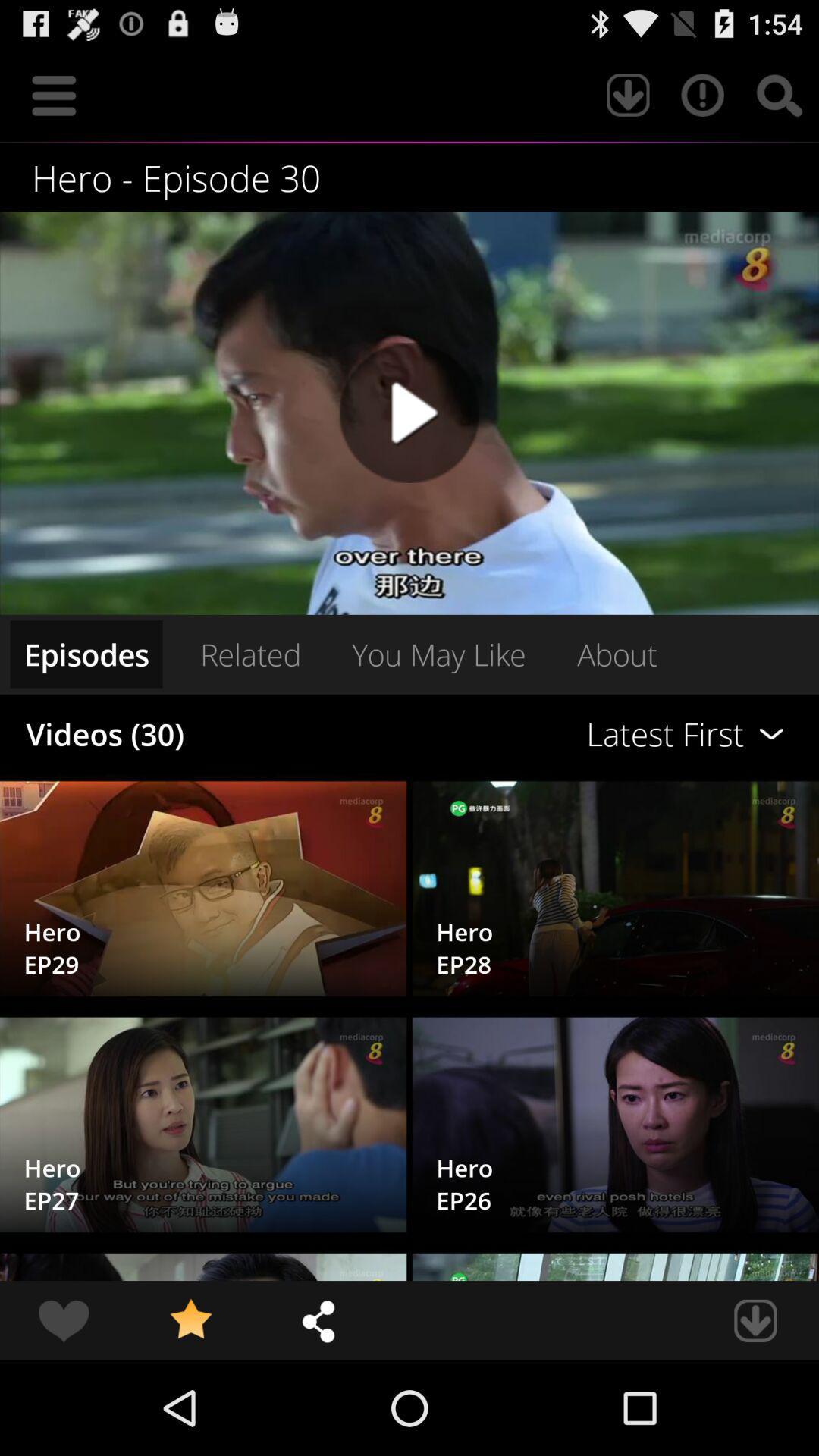 The image size is (819, 1456). I want to click on icon below related, so click(560, 734).